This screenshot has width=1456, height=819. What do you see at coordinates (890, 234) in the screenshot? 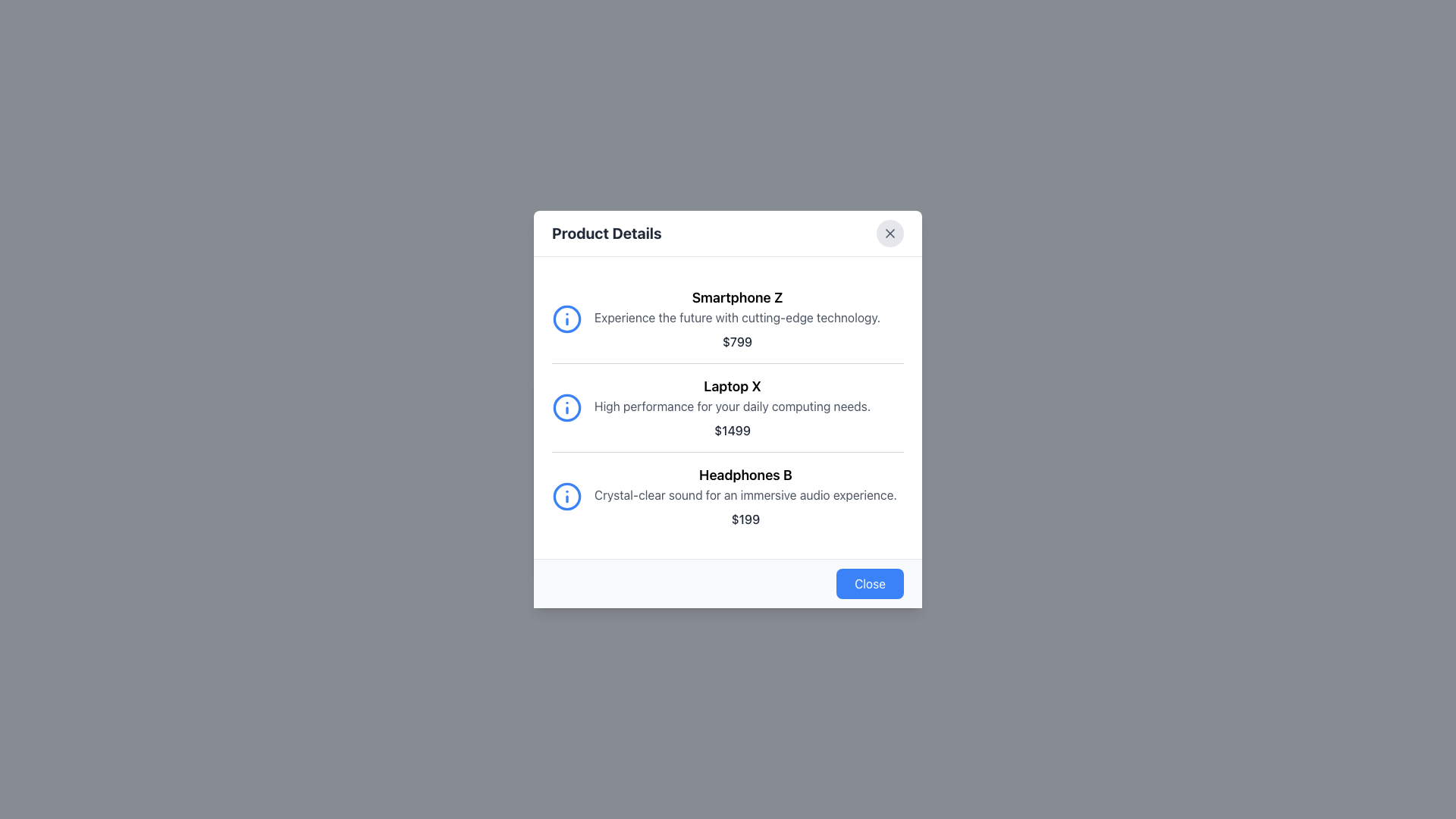
I see `the close button located at the top-right corner of the 'Product Details' header bar` at bounding box center [890, 234].